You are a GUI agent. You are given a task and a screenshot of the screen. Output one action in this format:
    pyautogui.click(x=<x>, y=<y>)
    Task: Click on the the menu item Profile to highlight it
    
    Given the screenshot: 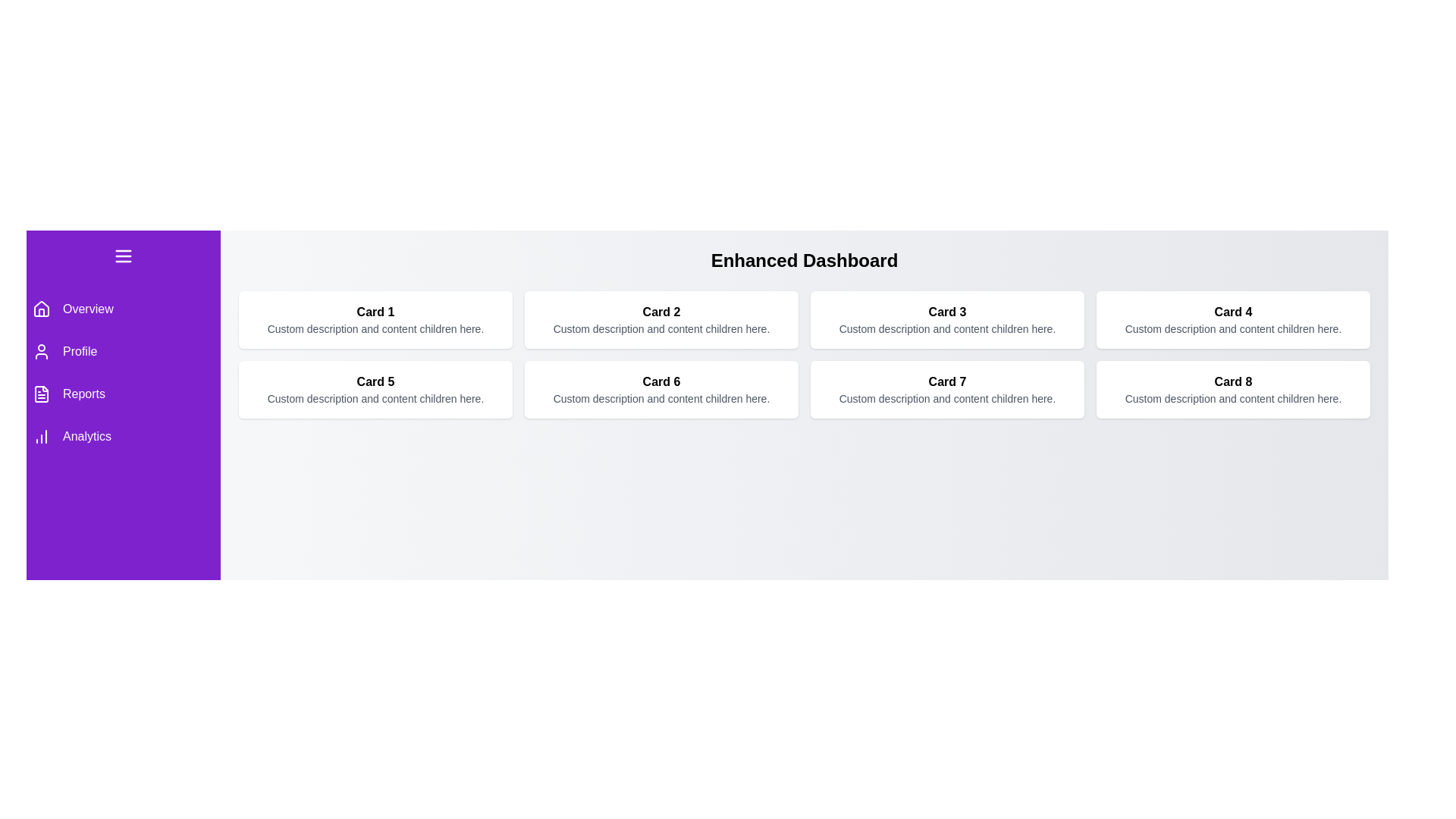 What is the action you would take?
    pyautogui.click(x=124, y=351)
    